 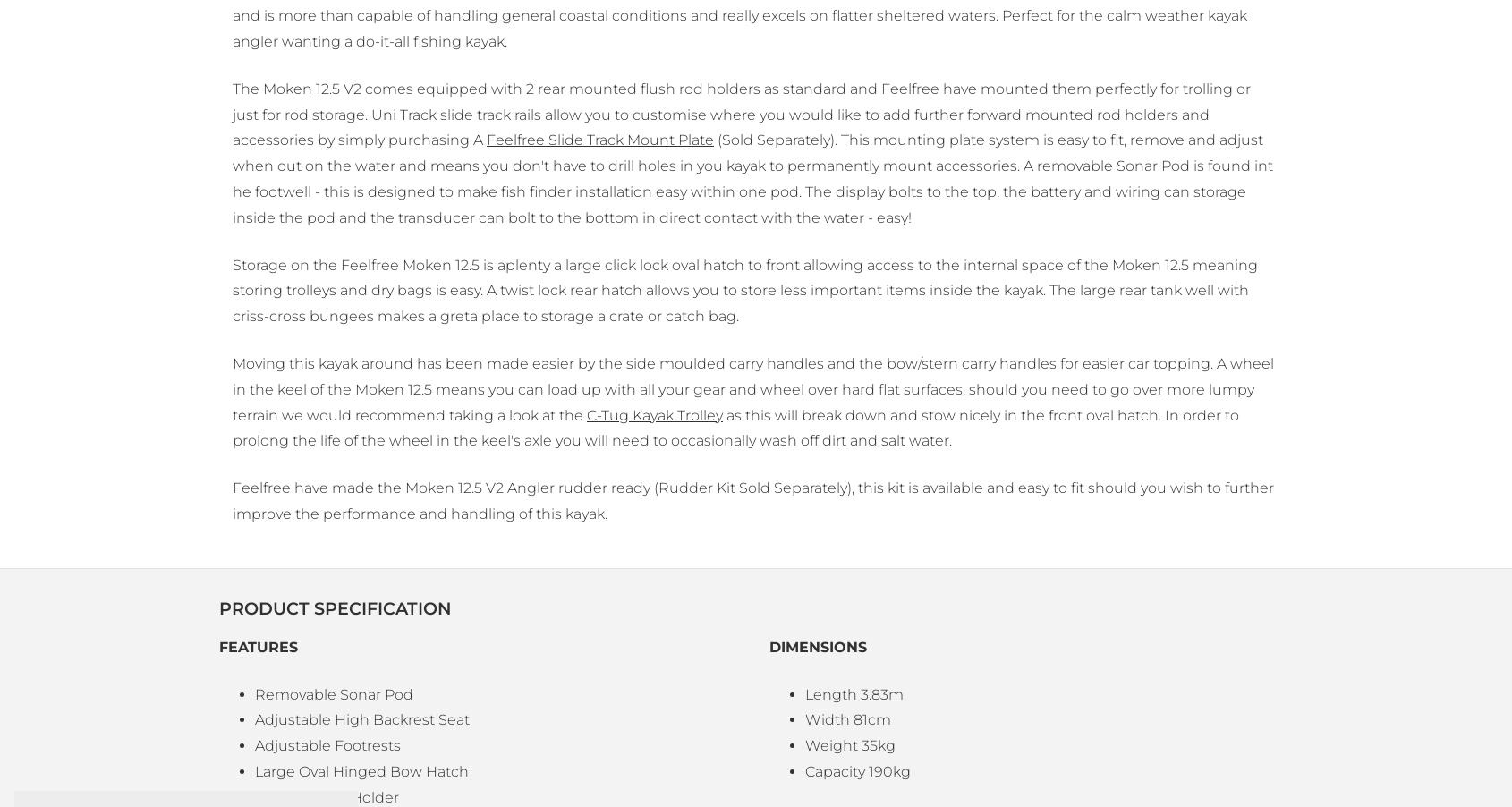 What do you see at coordinates (326, 796) in the screenshot?
I see `'Drinks Bottle Holder'` at bounding box center [326, 796].